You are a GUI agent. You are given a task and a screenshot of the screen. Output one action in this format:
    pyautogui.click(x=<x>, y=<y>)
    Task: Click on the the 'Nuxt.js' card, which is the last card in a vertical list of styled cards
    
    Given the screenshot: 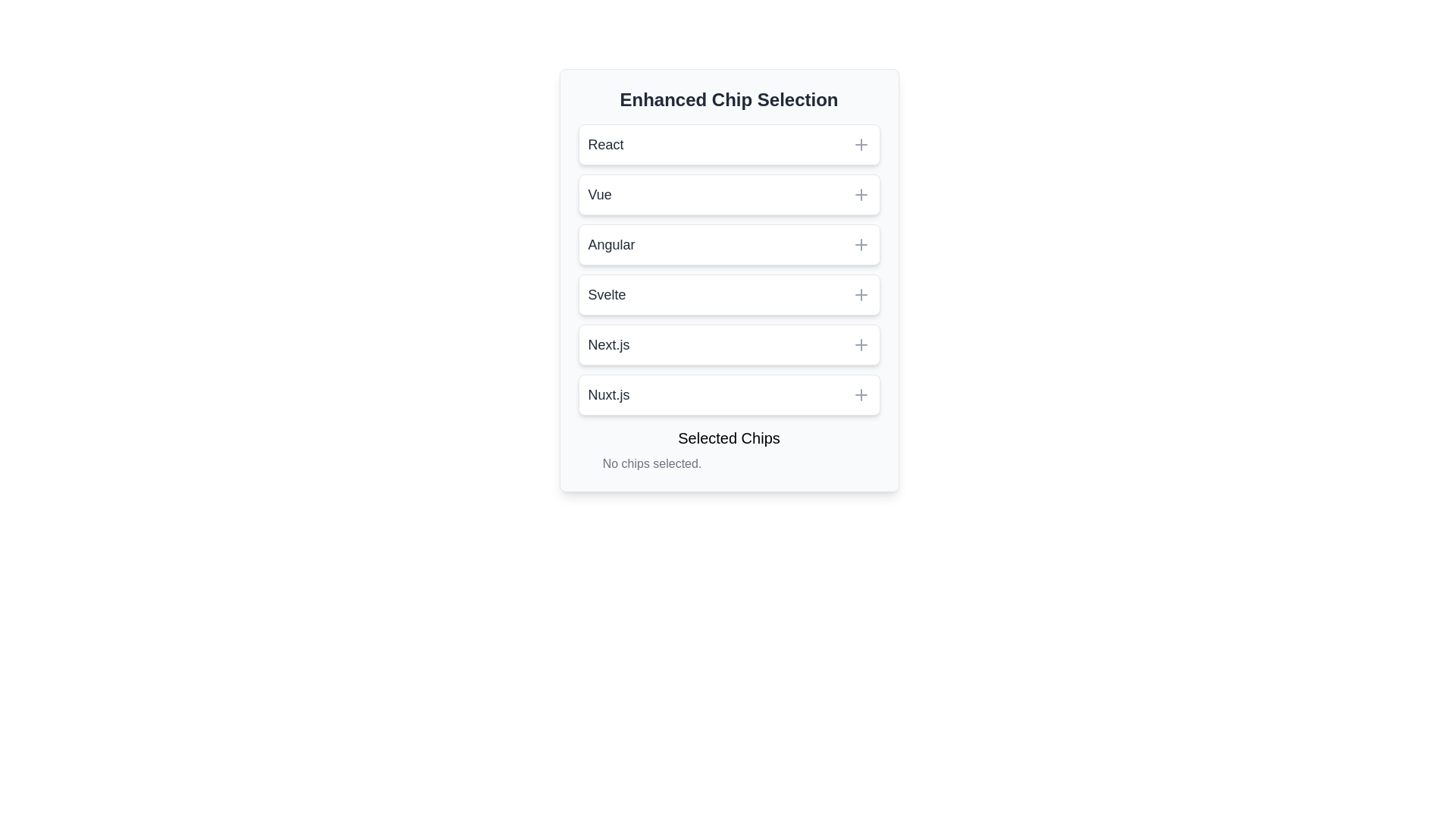 What is the action you would take?
    pyautogui.click(x=729, y=394)
    